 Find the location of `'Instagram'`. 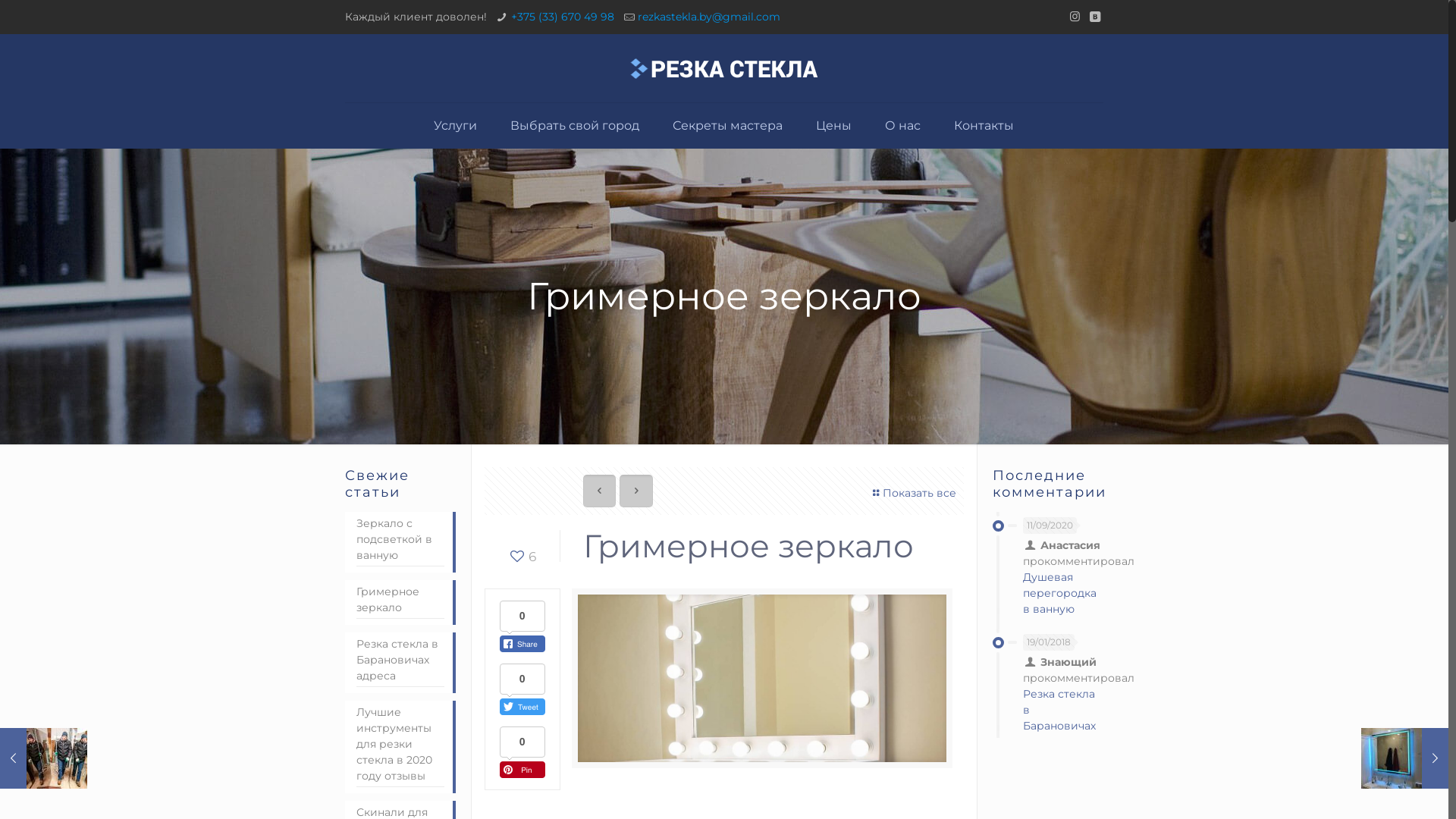

'Instagram' is located at coordinates (1074, 16).